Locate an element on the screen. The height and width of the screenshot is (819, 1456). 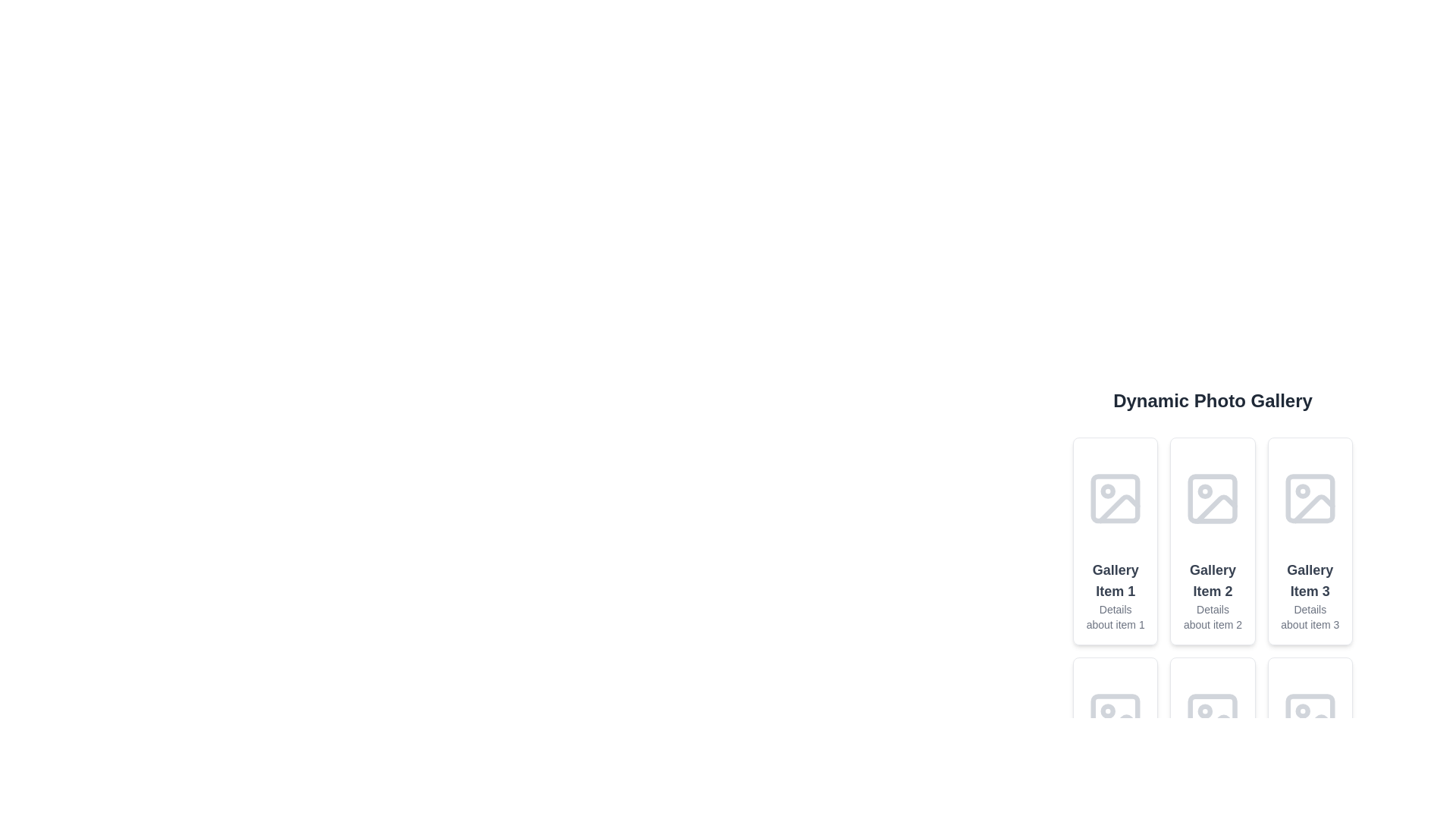
rectangular graphical element with rounded corners styled in light gray, located in the bottom-right card of the gallery grid, which serves as the background for an image icon is located at coordinates (1309, 718).